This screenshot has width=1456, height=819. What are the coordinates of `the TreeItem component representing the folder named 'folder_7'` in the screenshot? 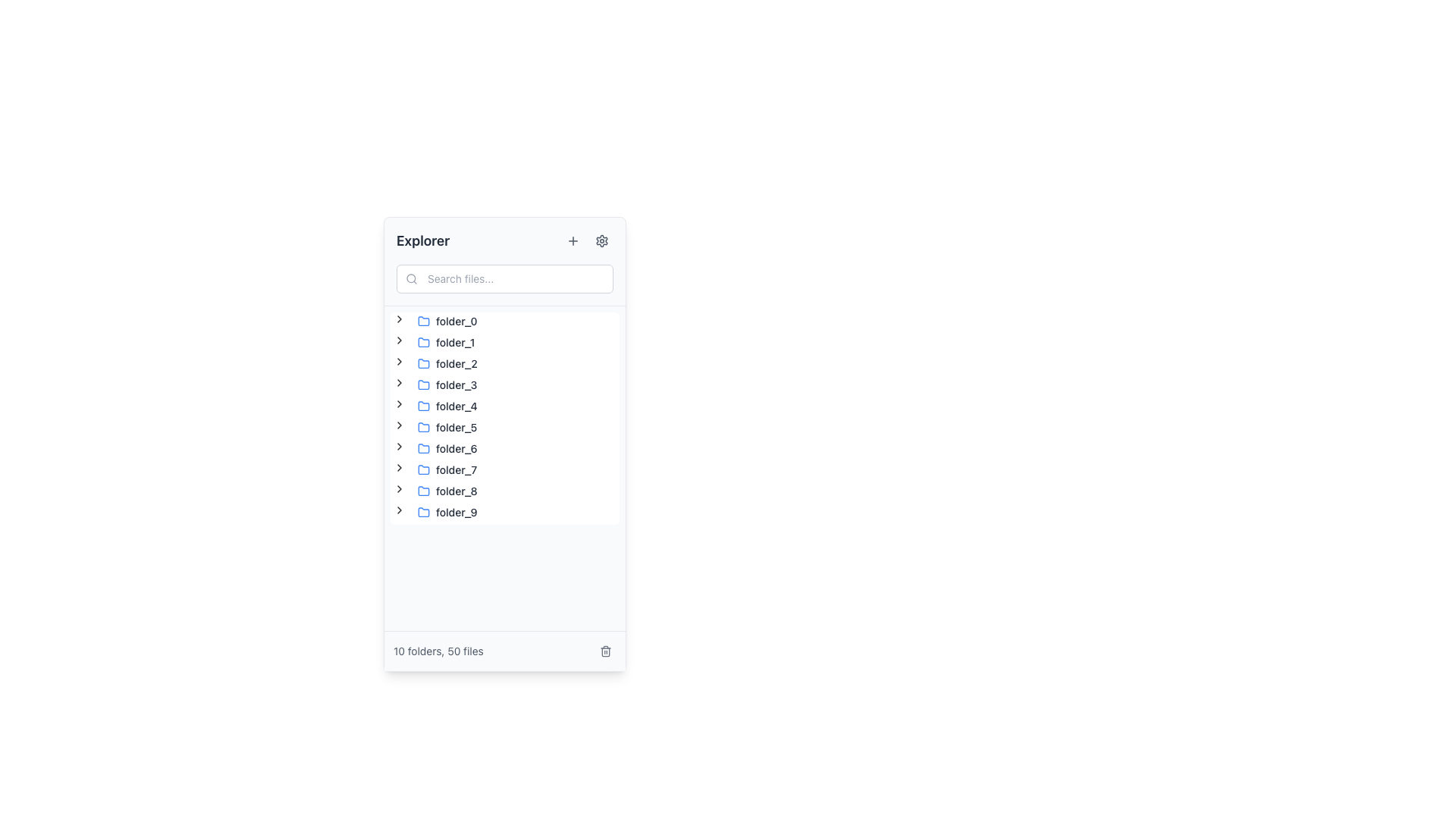 It's located at (436, 469).